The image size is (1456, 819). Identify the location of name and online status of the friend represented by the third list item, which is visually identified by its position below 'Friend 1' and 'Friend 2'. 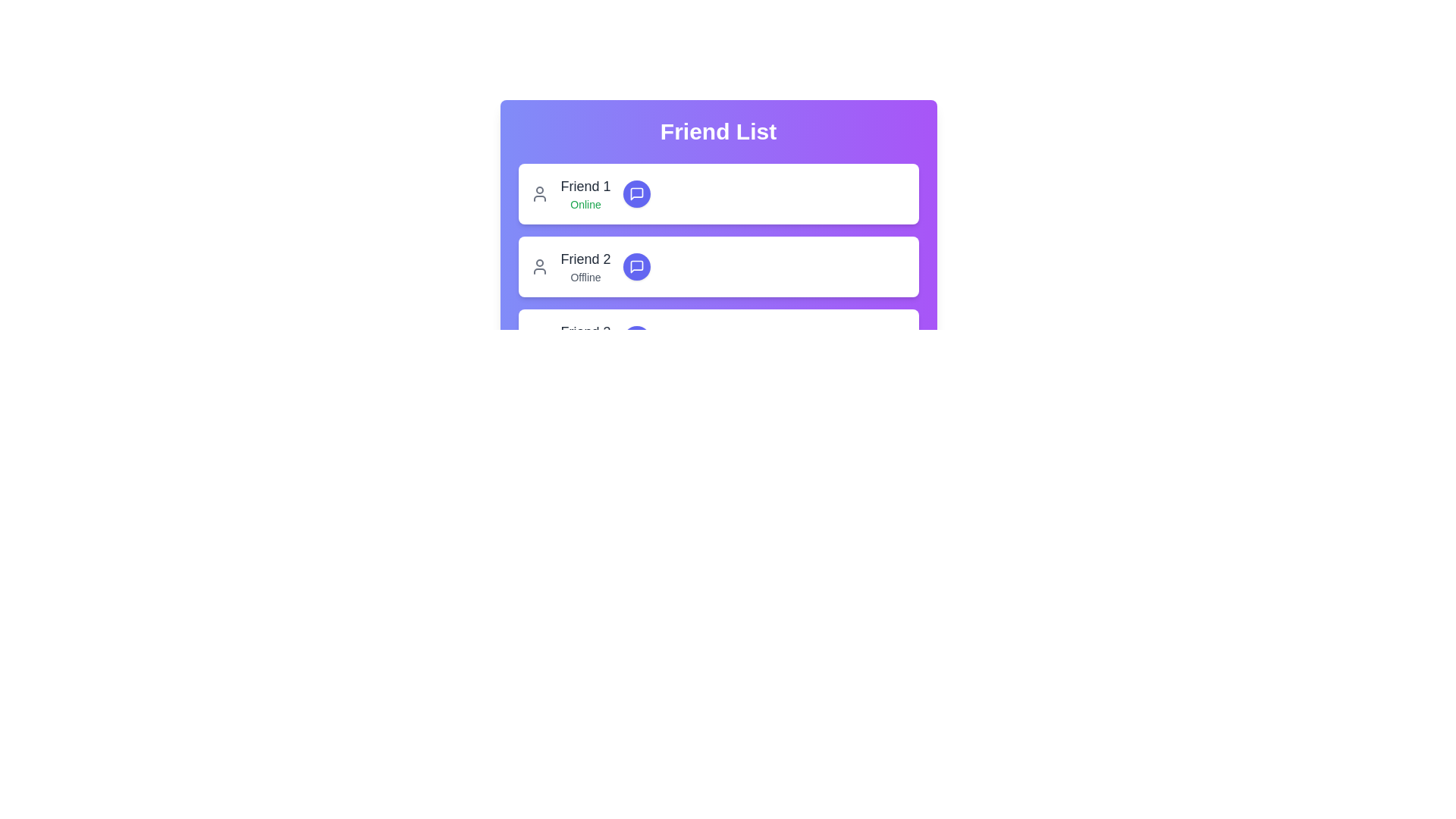
(717, 338).